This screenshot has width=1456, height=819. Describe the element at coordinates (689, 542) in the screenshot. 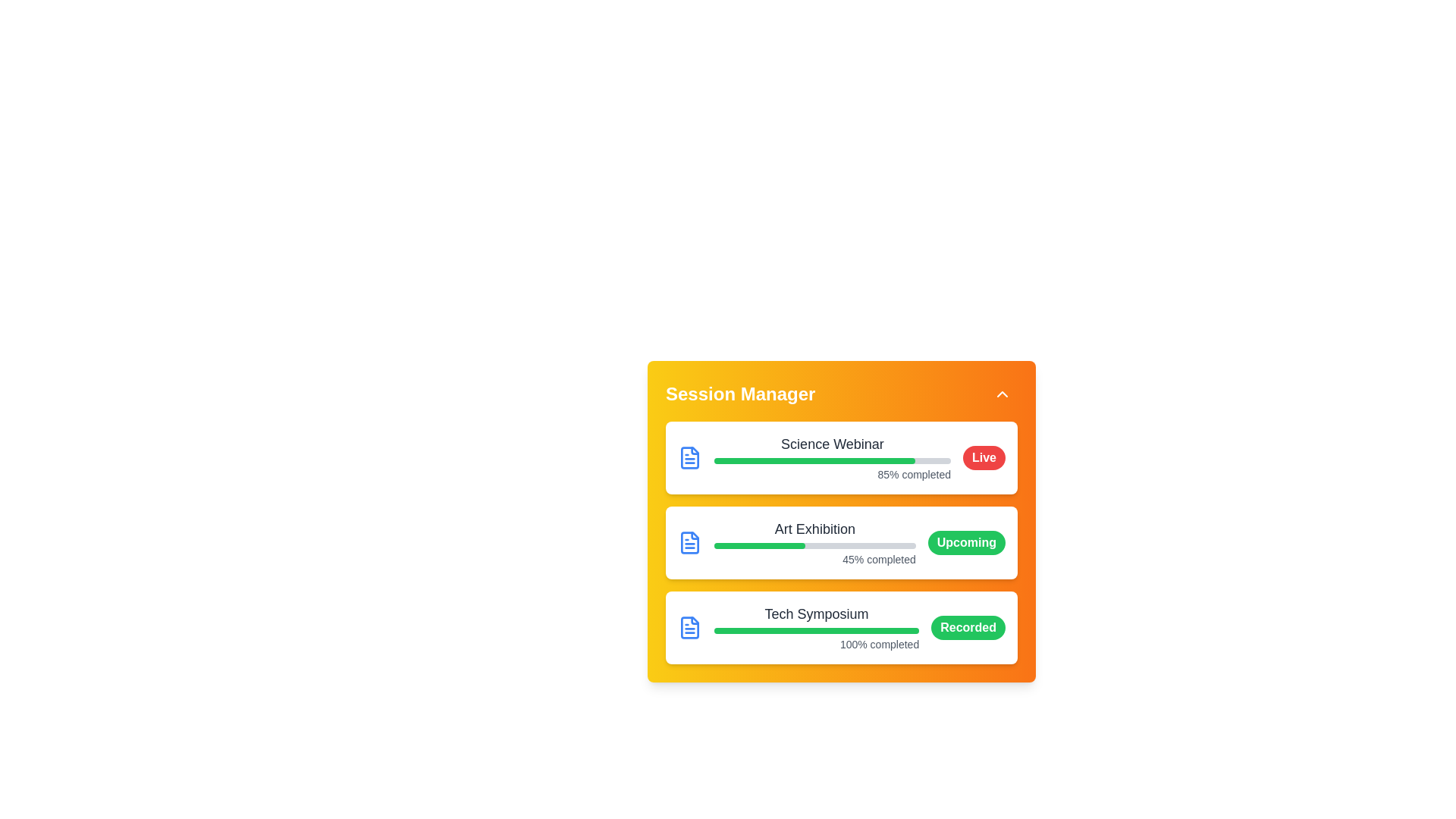

I see `the Icon representing a file or document located at the top of the list of three elements labeled 'Science Webinar', 'Art Exhibition', and 'Tech Symposium'` at that location.